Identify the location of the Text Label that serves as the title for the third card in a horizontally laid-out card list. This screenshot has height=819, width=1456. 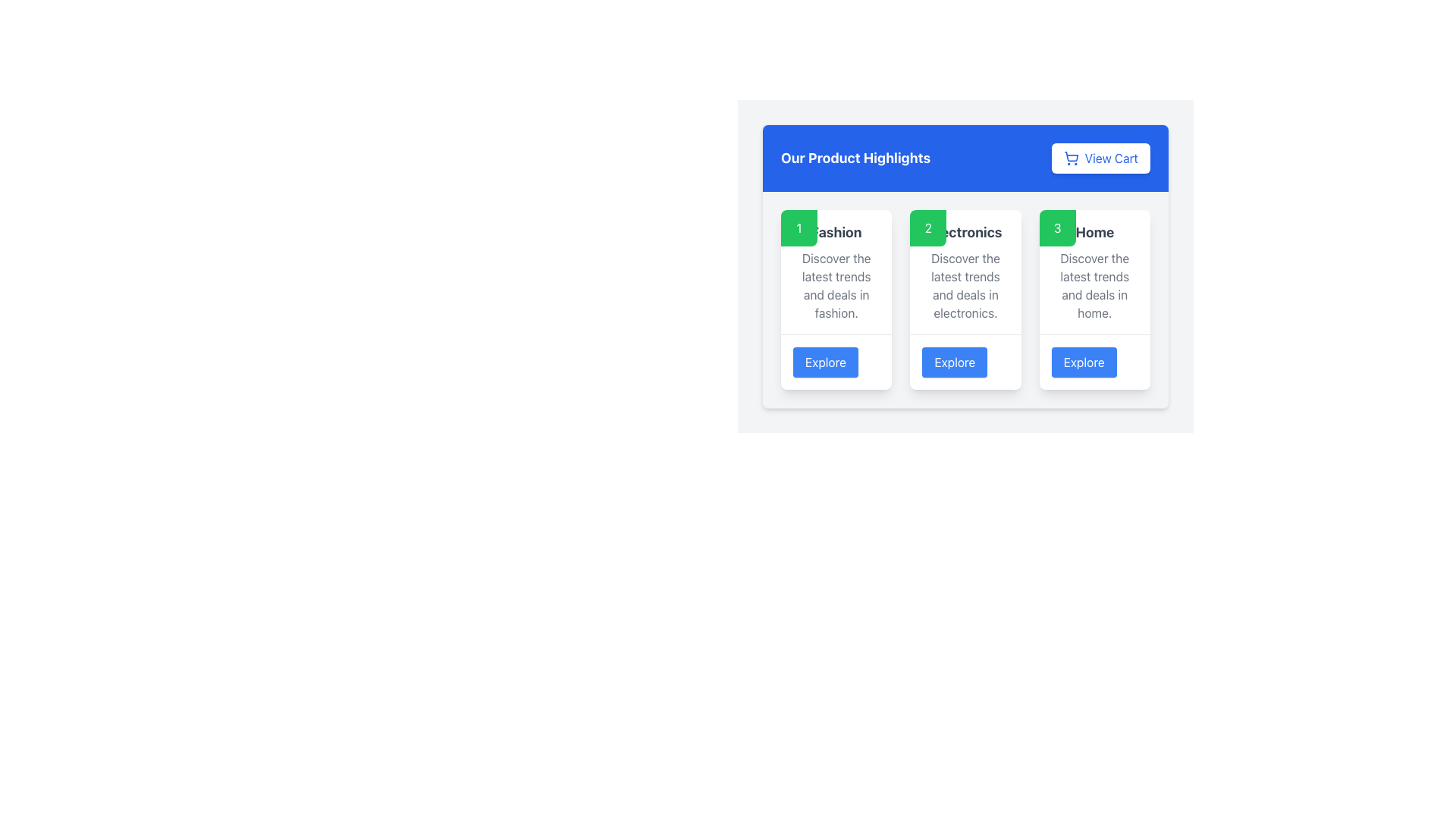
(1094, 233).